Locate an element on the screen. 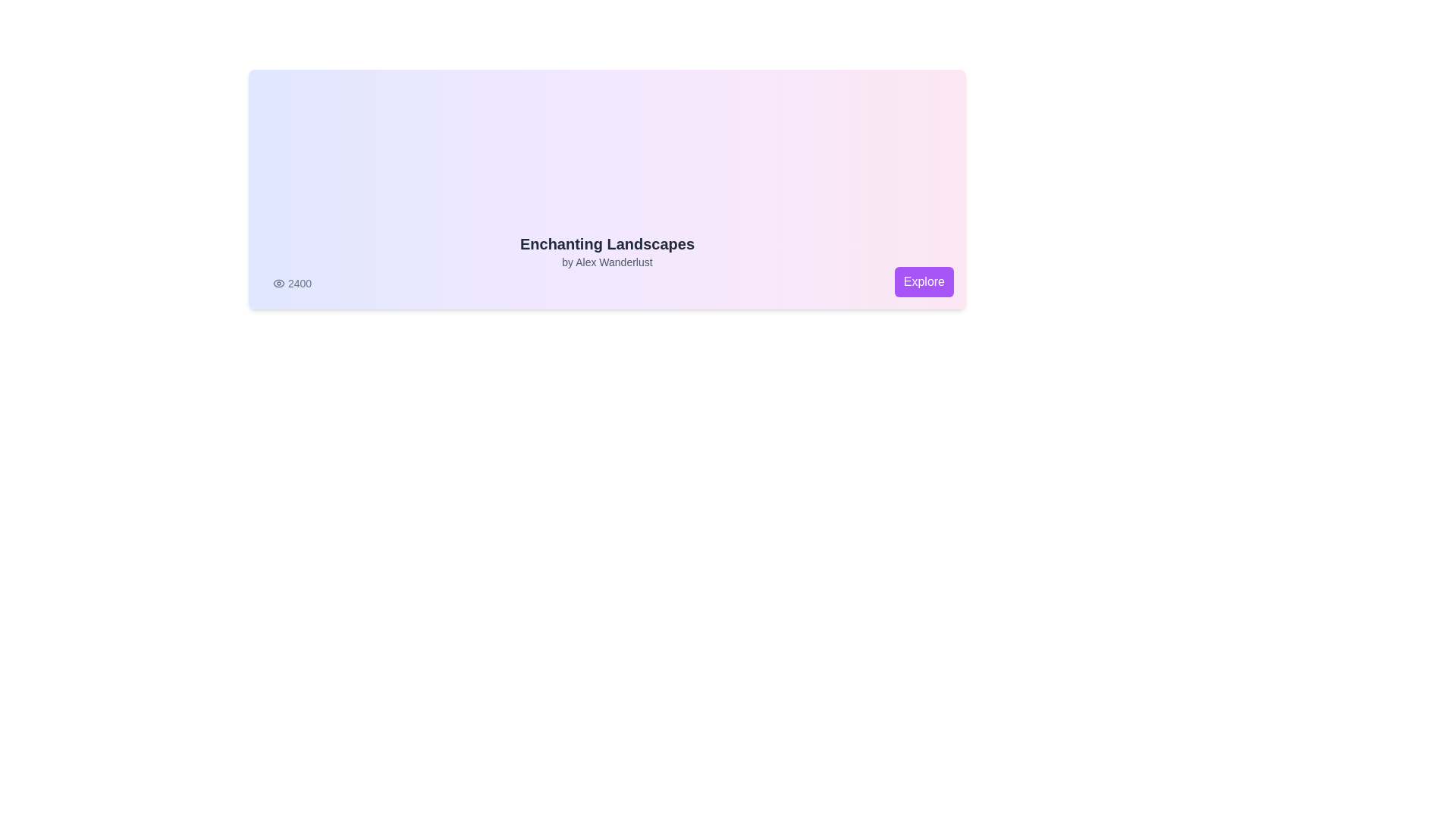 The height and width of the screenshot is (819, 1456). the informational text block displaying content details such as title, author, and views located centrally below a decorative image block is located at coordinates (607, 262).